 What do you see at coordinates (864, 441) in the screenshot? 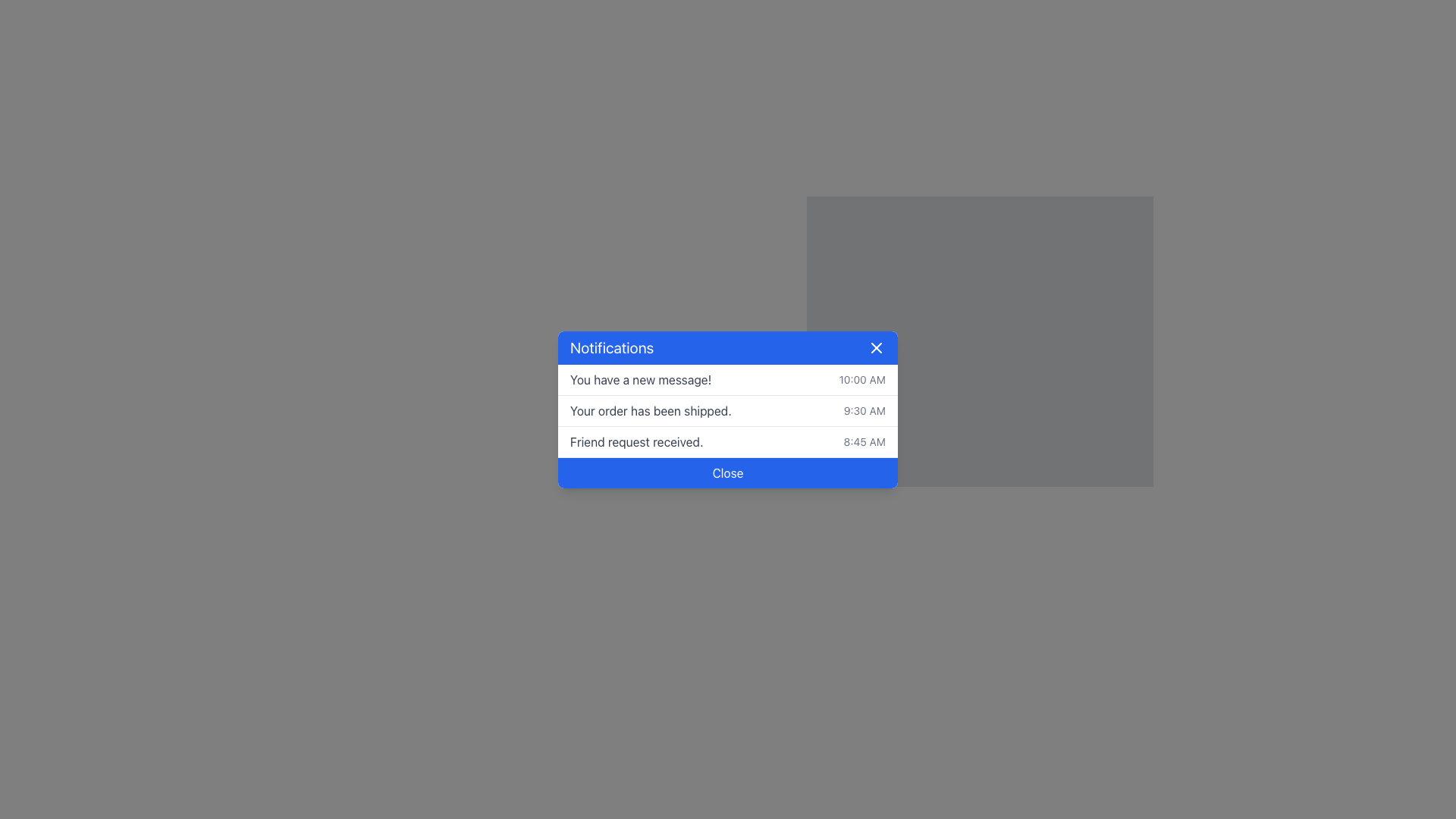
I see `text displayed on the Text Label showing '8:45 AM', which is aligned to the right in the third row of the notification box` at bounding box center [864, 441].